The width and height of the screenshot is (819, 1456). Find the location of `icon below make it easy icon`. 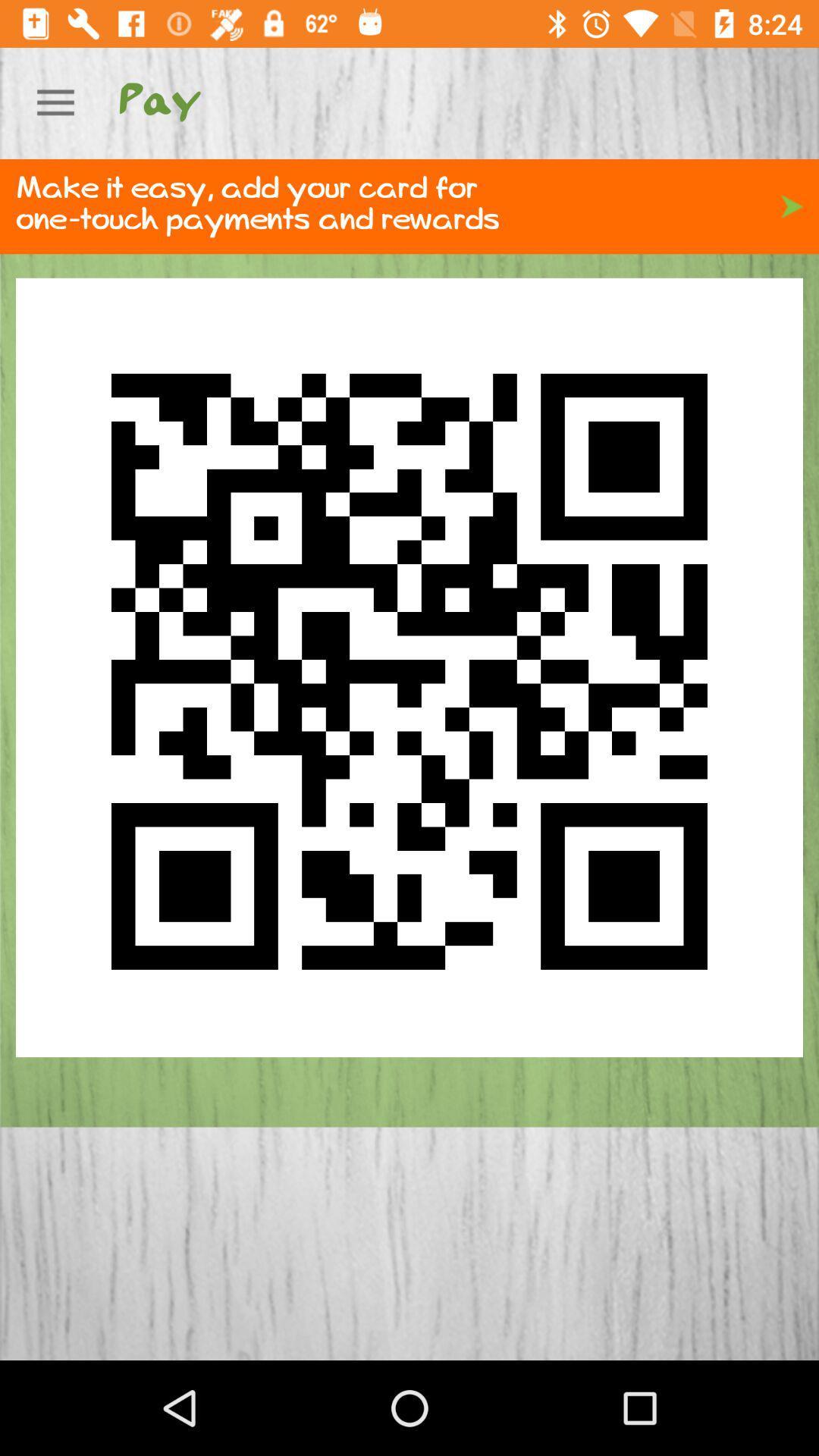

icon below make it easy icon is located at coordinates (409, 667).